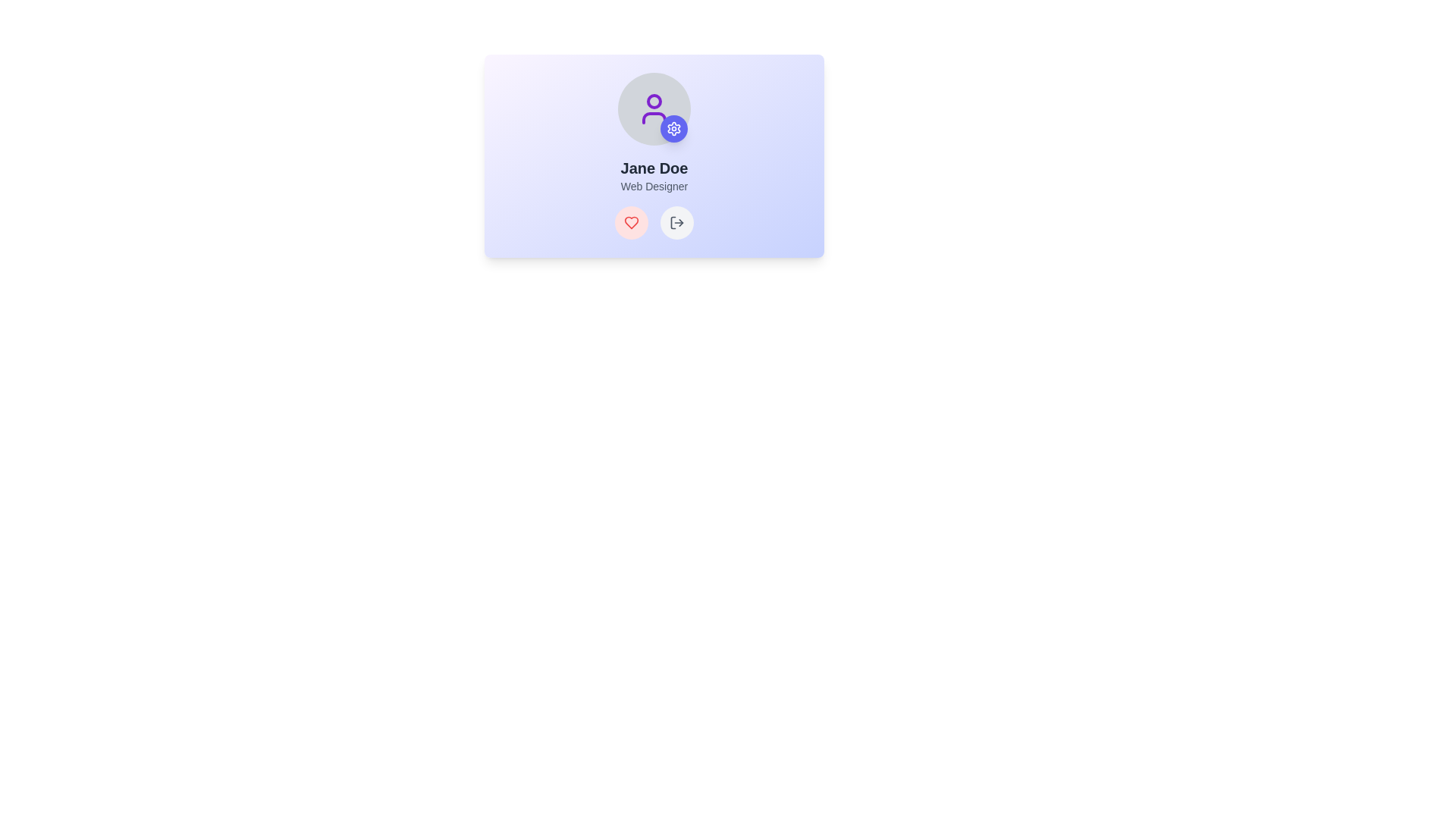 This screenshot has height=819, width=1456. Describe the element at coordinates (632, 222) in the screenshot. I see `the circular button with a pinkish-red background and a red heart-shaped icon` at that location.